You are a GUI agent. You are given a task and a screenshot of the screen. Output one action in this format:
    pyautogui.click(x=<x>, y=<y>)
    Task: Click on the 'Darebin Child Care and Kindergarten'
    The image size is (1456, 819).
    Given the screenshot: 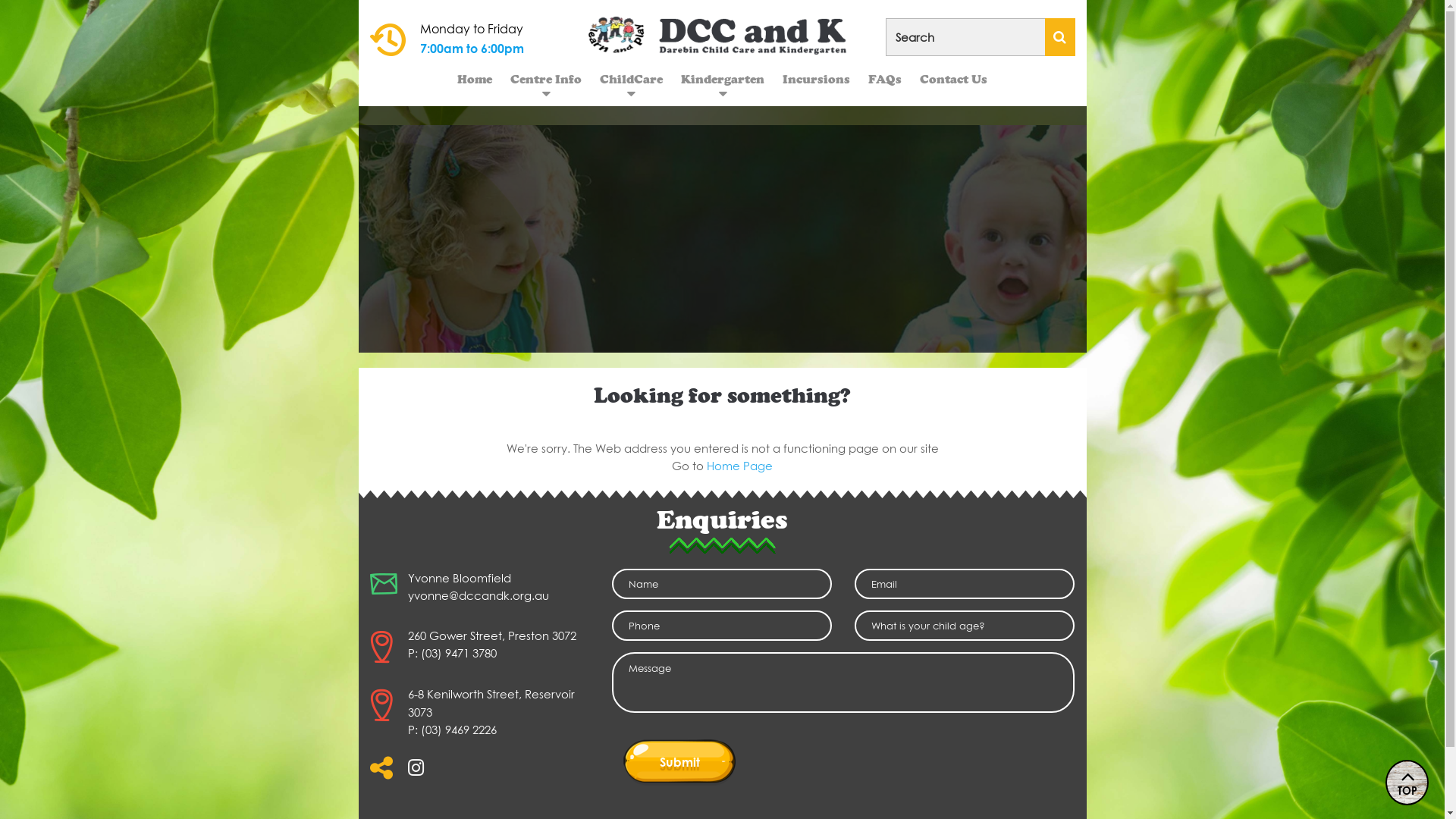 What is the action you would take?
    pyautogui.click(x=722, y=34)
    